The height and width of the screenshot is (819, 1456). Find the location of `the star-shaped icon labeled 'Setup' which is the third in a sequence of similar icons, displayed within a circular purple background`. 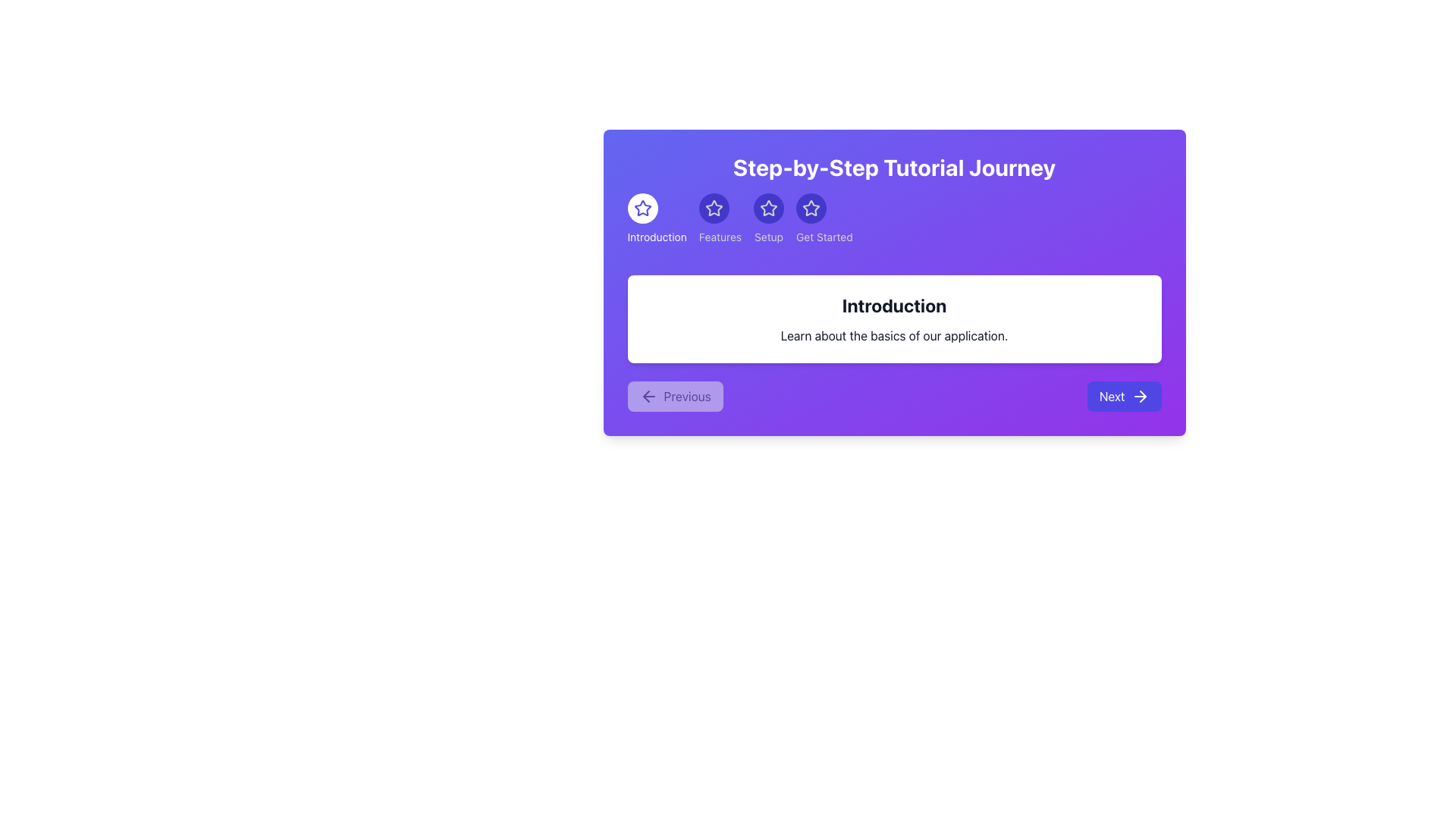

the star-shaped icon labeled 'Setup' which is the third in a sequence of similar icons, displayed within a circular purple background is located at coordinates (769, 208).